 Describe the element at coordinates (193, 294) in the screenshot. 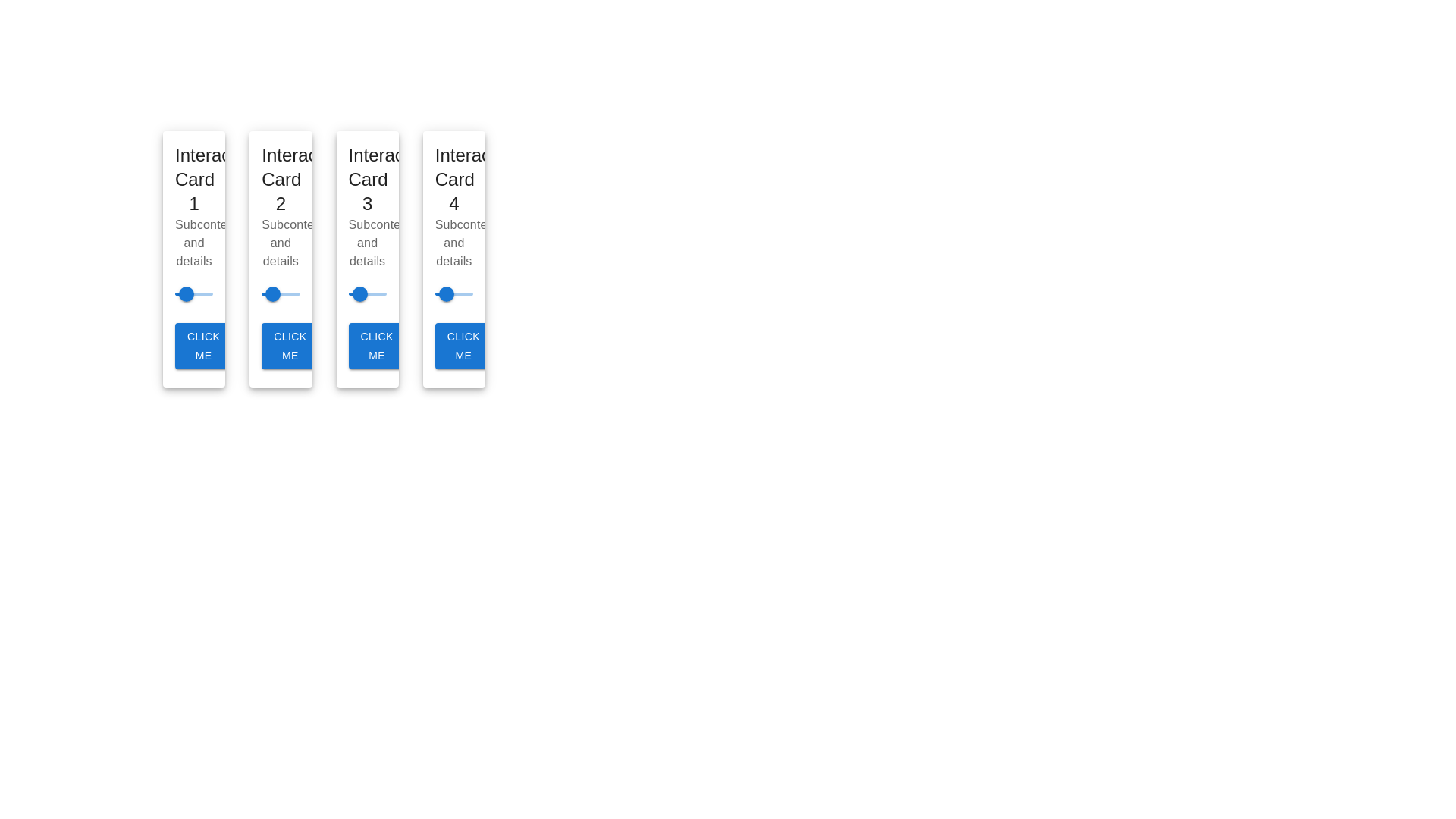

I see `the blue circular thumb of the slider located within 'Interactive Card 1', below the subheading 'Subcontent and details' and above the button labeled 'Click Me'` at that location.